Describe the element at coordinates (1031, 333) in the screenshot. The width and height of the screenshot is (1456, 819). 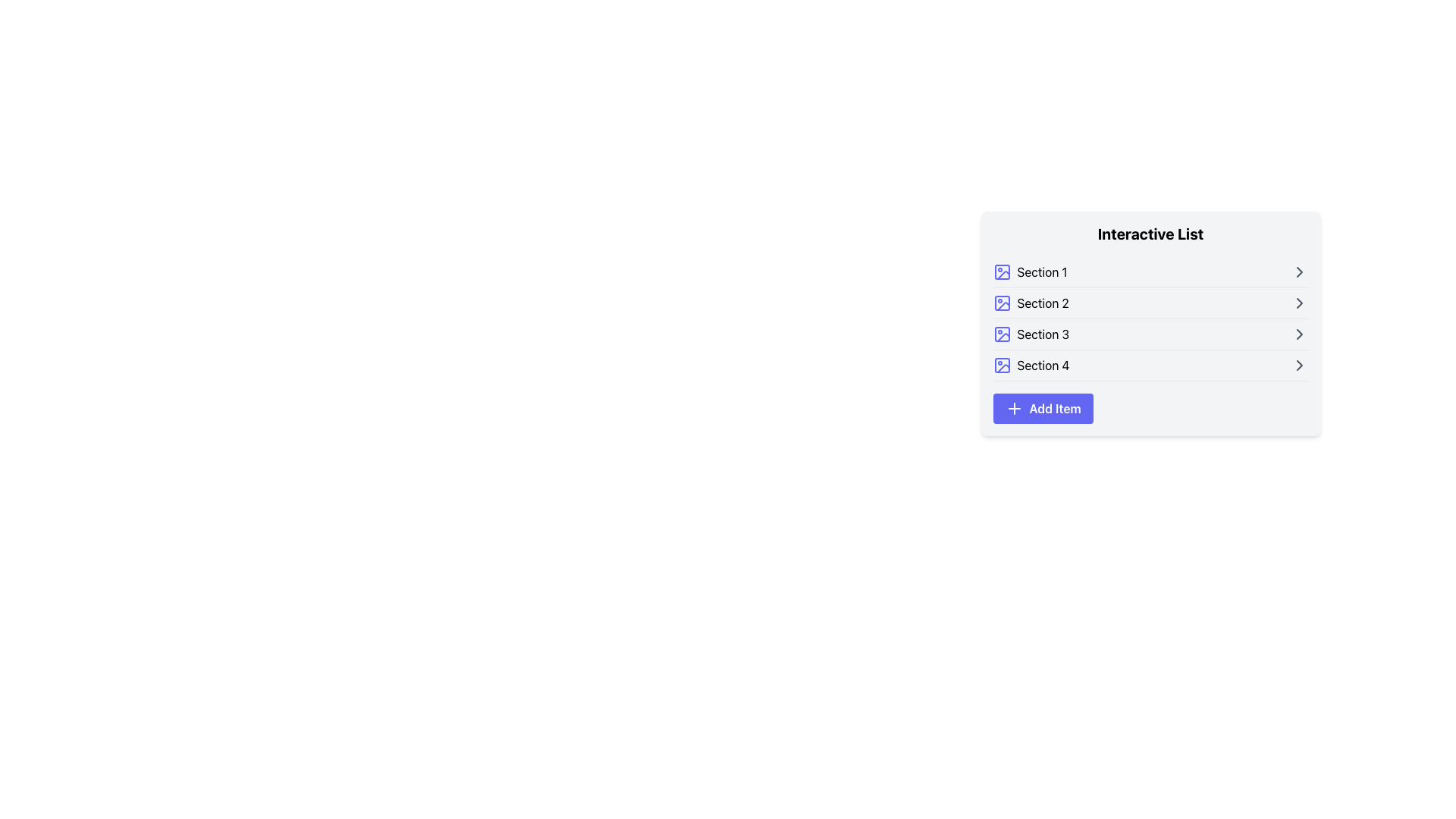
I see `the text 'Section 3' in bold, black text aligned to the right of a purple icon in the Interactive List` at that location.